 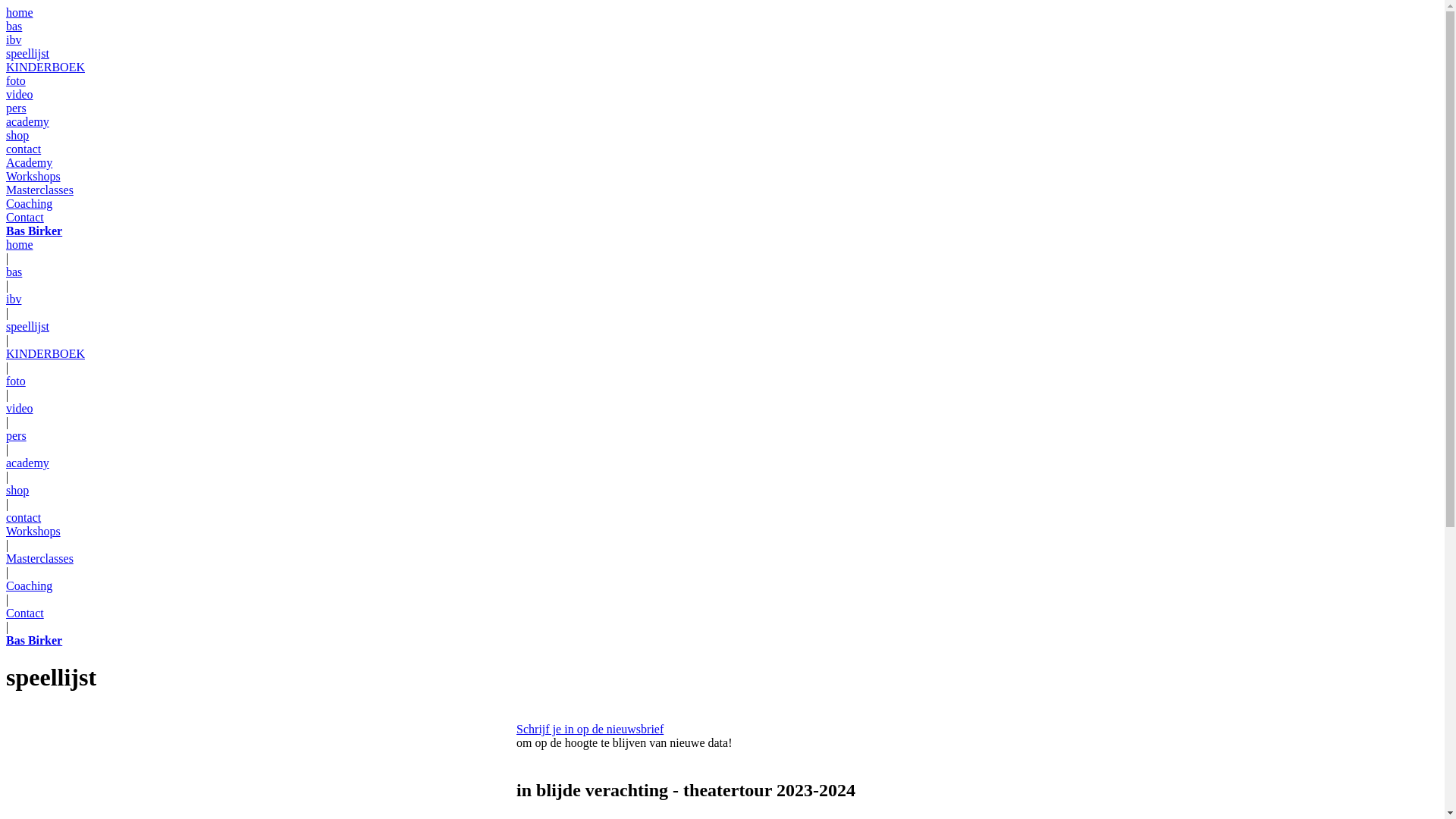 What do you see at coordinates (27, 325) in the screenshot?
I see `'speellijst'` at bounding box center [27, 325].